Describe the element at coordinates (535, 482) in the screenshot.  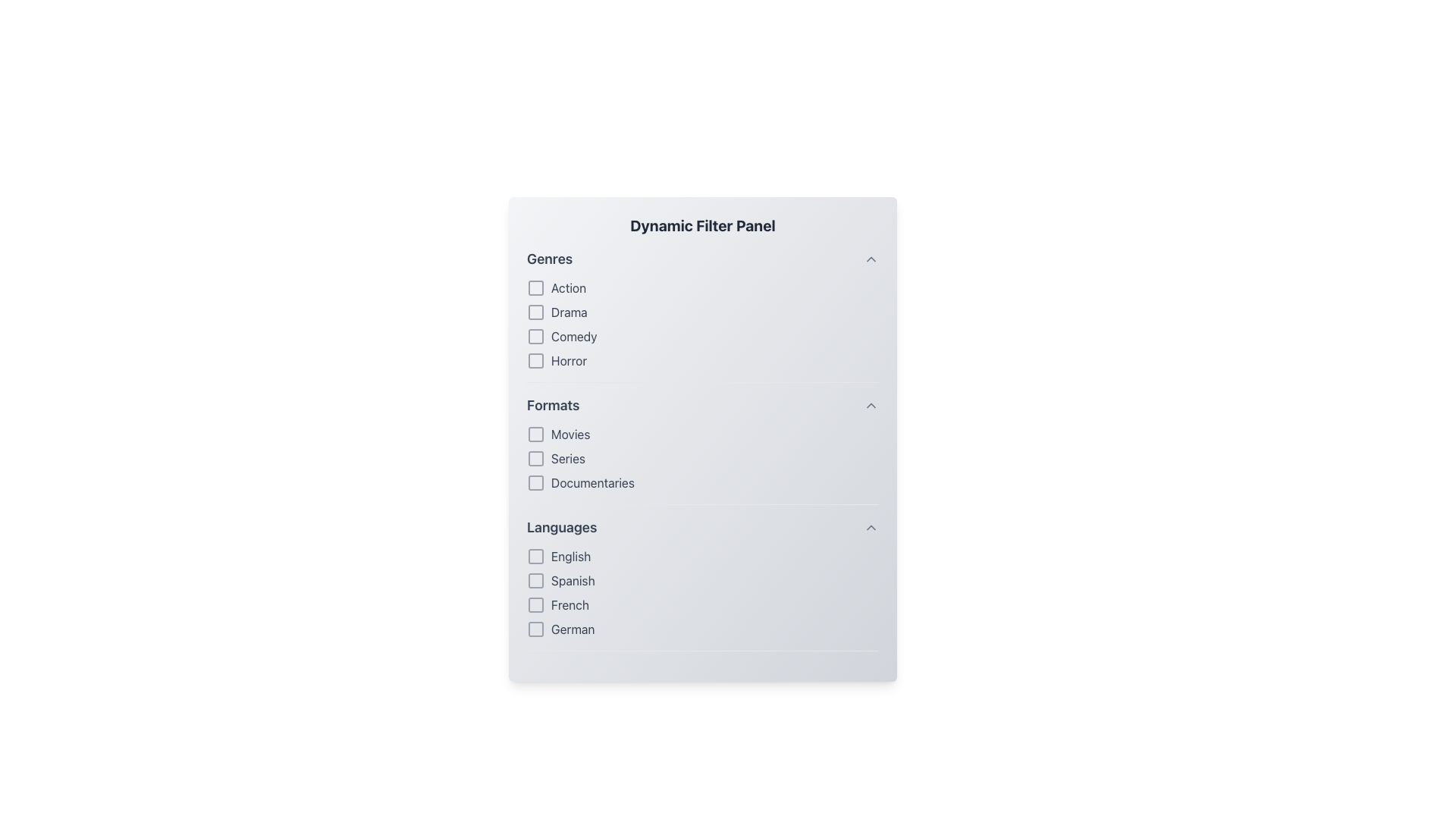
I see `the Checkbox Indicator representing the selected state of the 'Documentaries' option located in the 'Formats' section` at that location.